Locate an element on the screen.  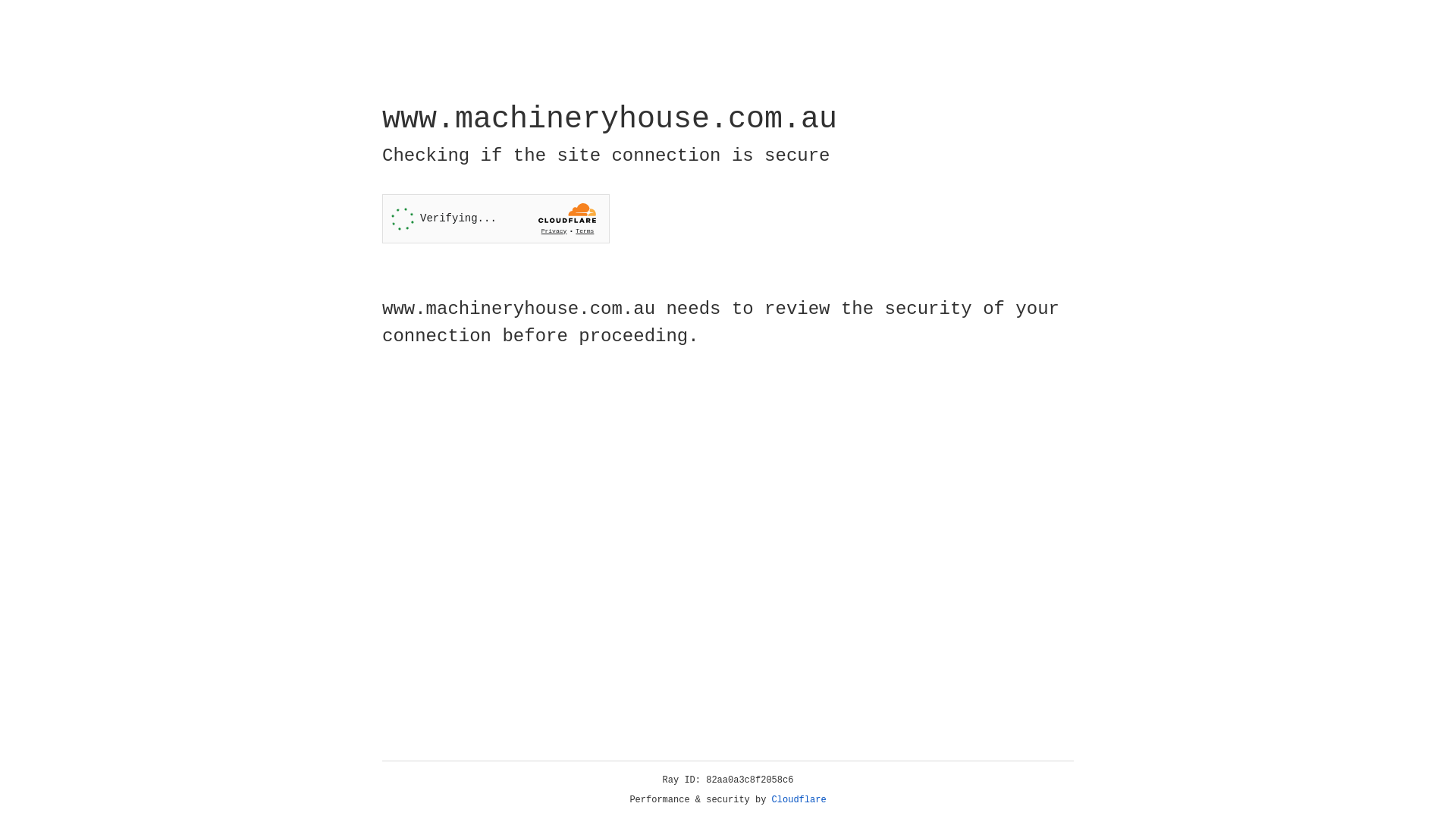
'Cloudflare' is located at coordinates (799, 799).